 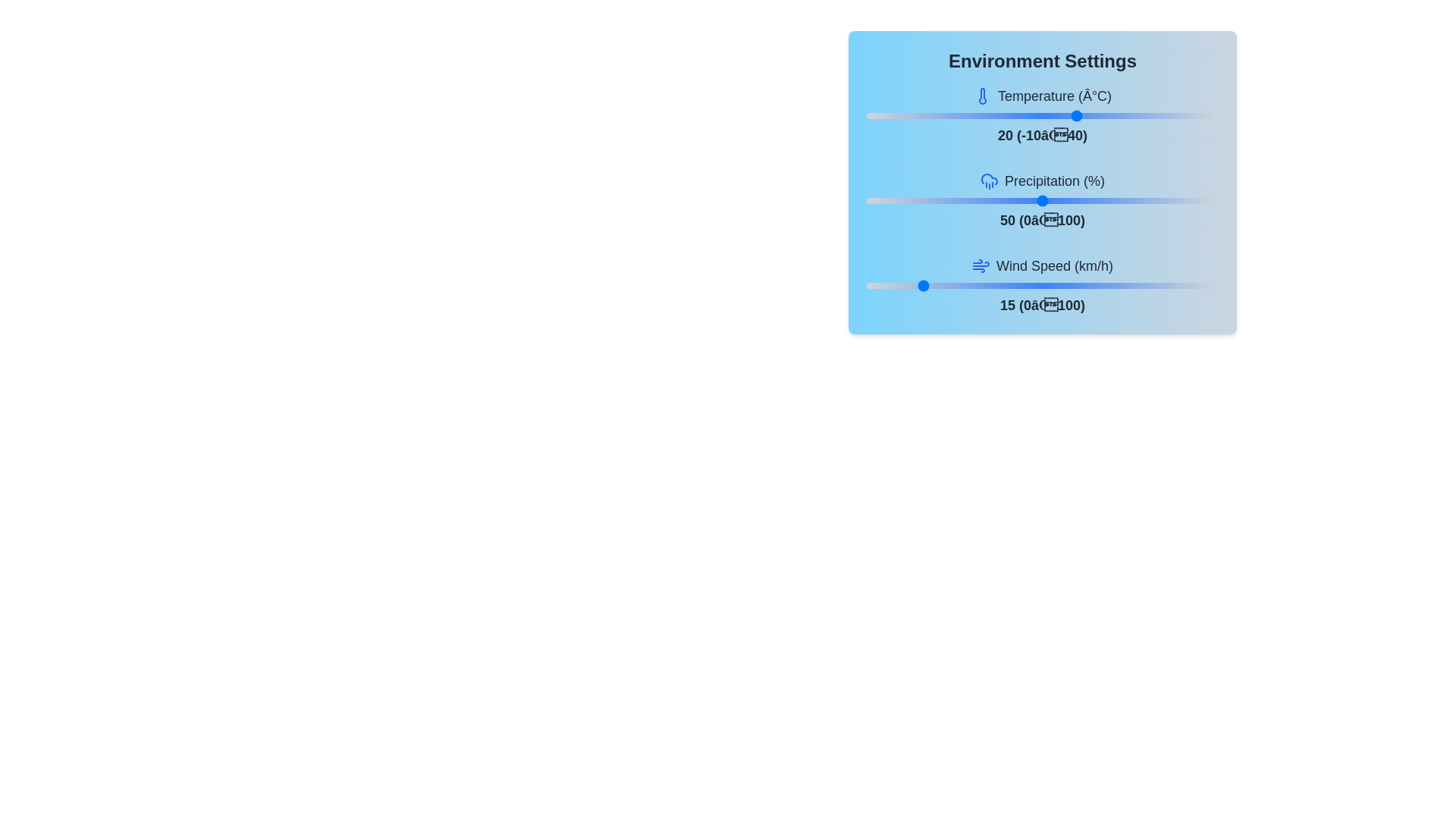 What do you see at coordinates (982, 96) in the screenshot?
I see `the red thermometer icon located in the top-left corner of the environment settings, next to the 'Temperature (°C)' label` at bounding box center [982, 96].